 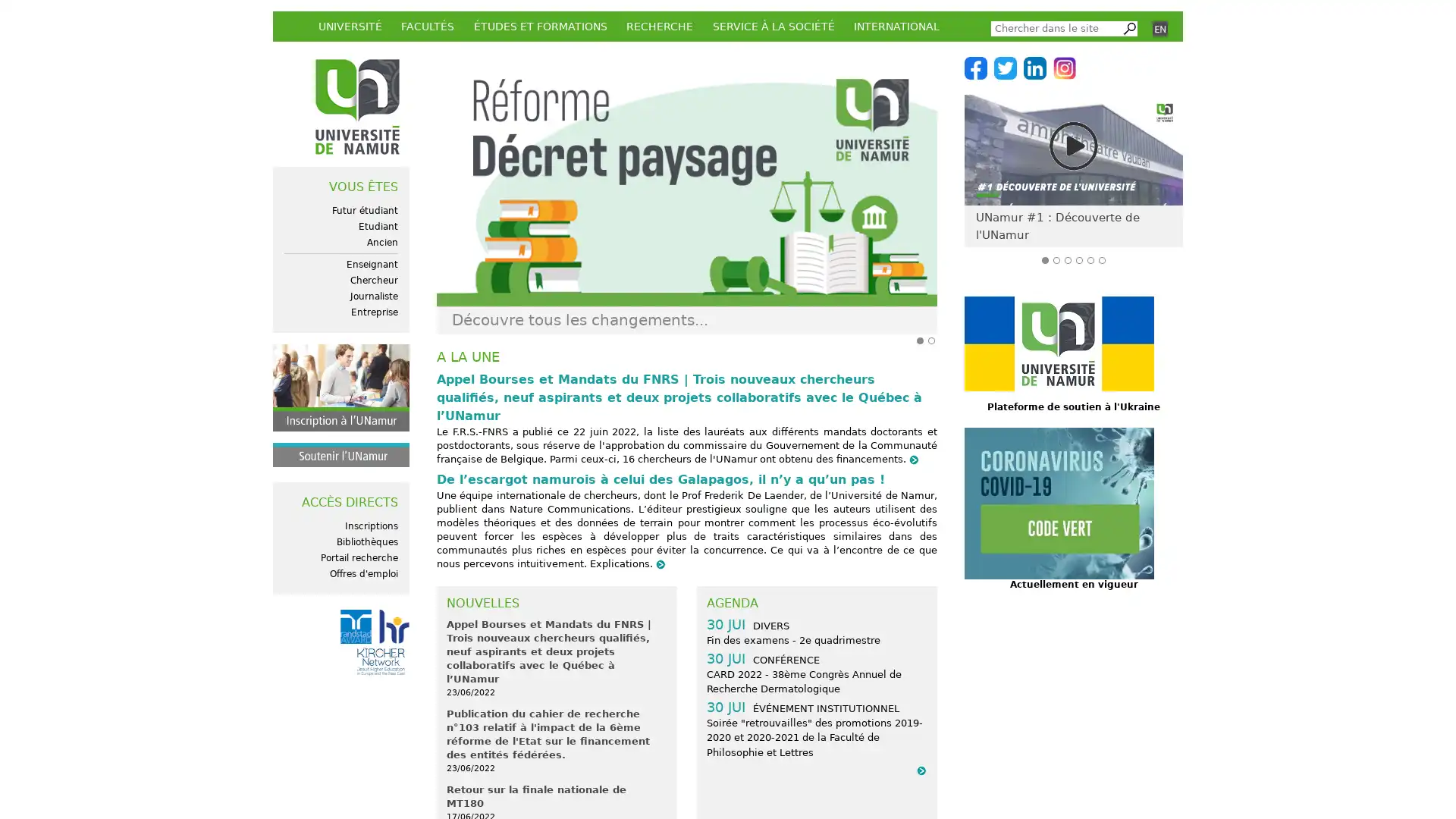 I want to click on OK, so click(x=1128, y=28).